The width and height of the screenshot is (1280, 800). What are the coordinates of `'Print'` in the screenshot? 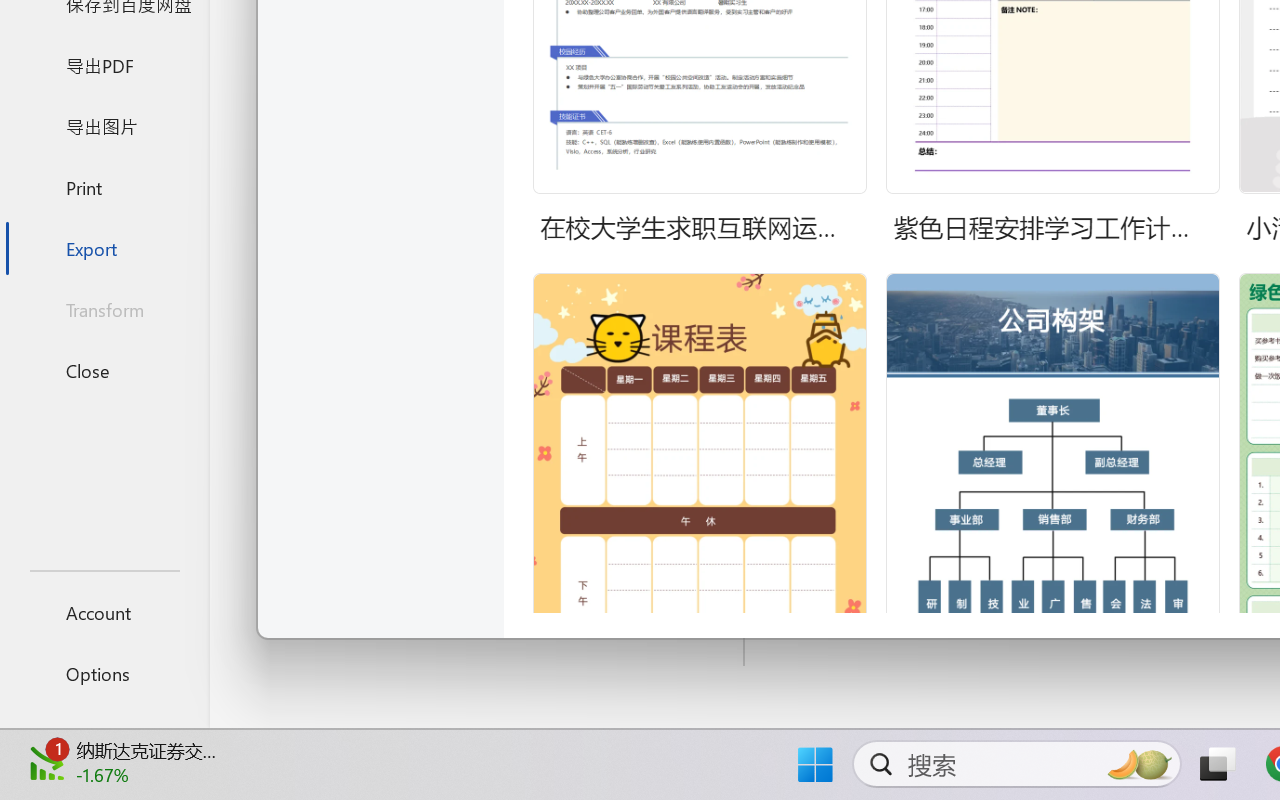 It's located at (103, 186).